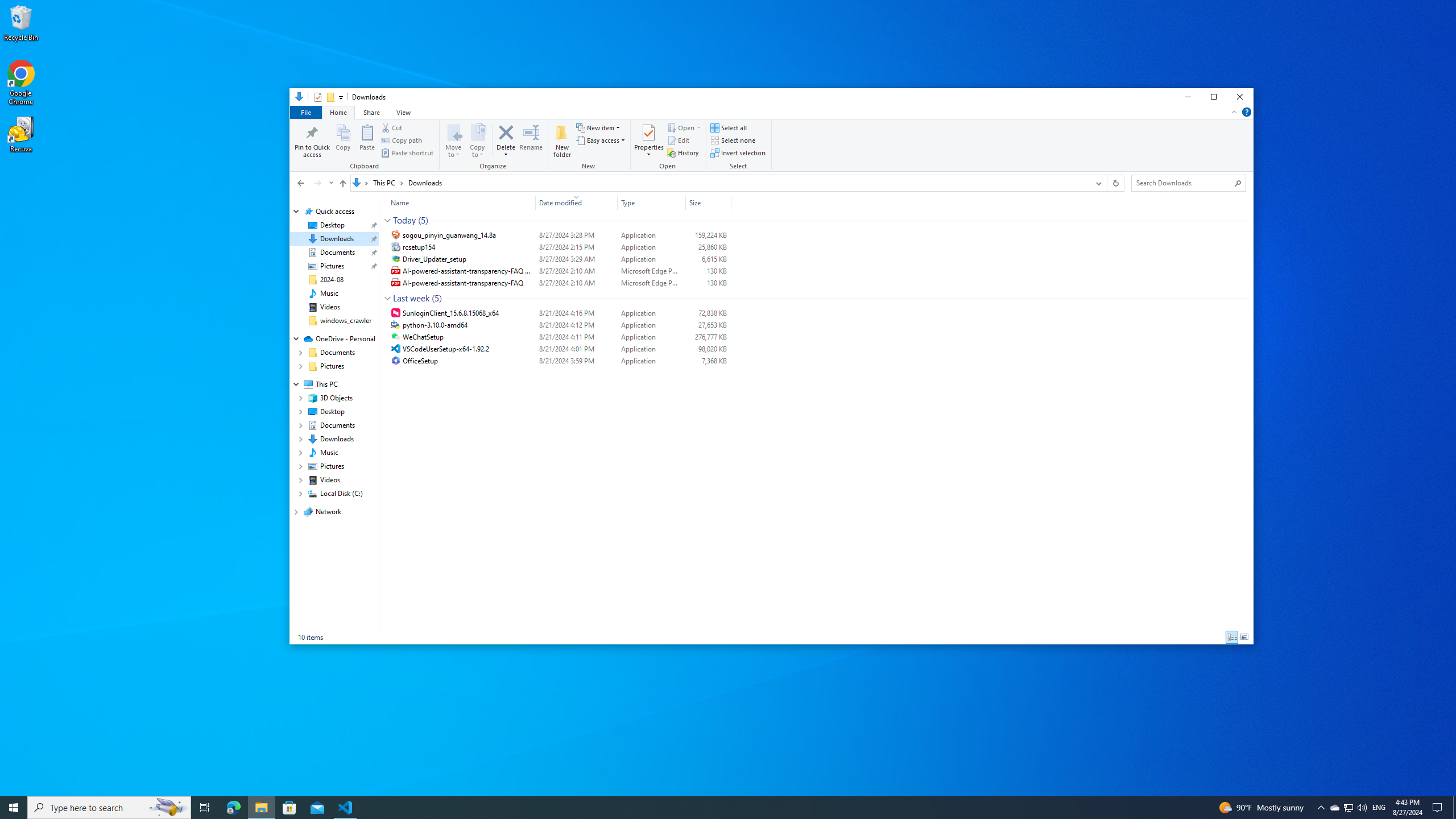  What do you see at coordinates (403, 111) in the screenshot?
I see `'View'` at bounding box center [403, 111].